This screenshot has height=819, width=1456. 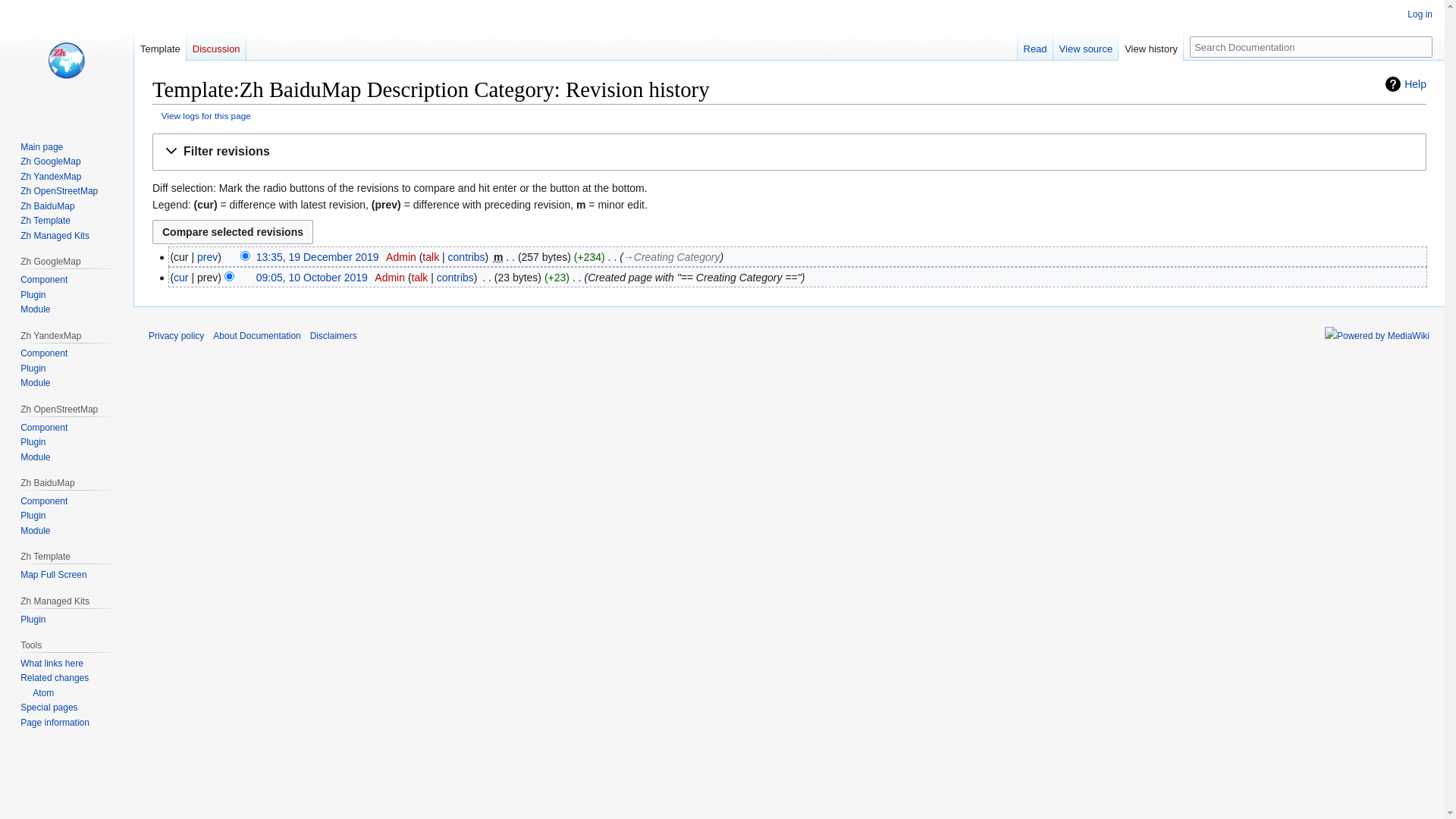 I want to click on 'Zh BaiduMap', so click(x=47, y=206).